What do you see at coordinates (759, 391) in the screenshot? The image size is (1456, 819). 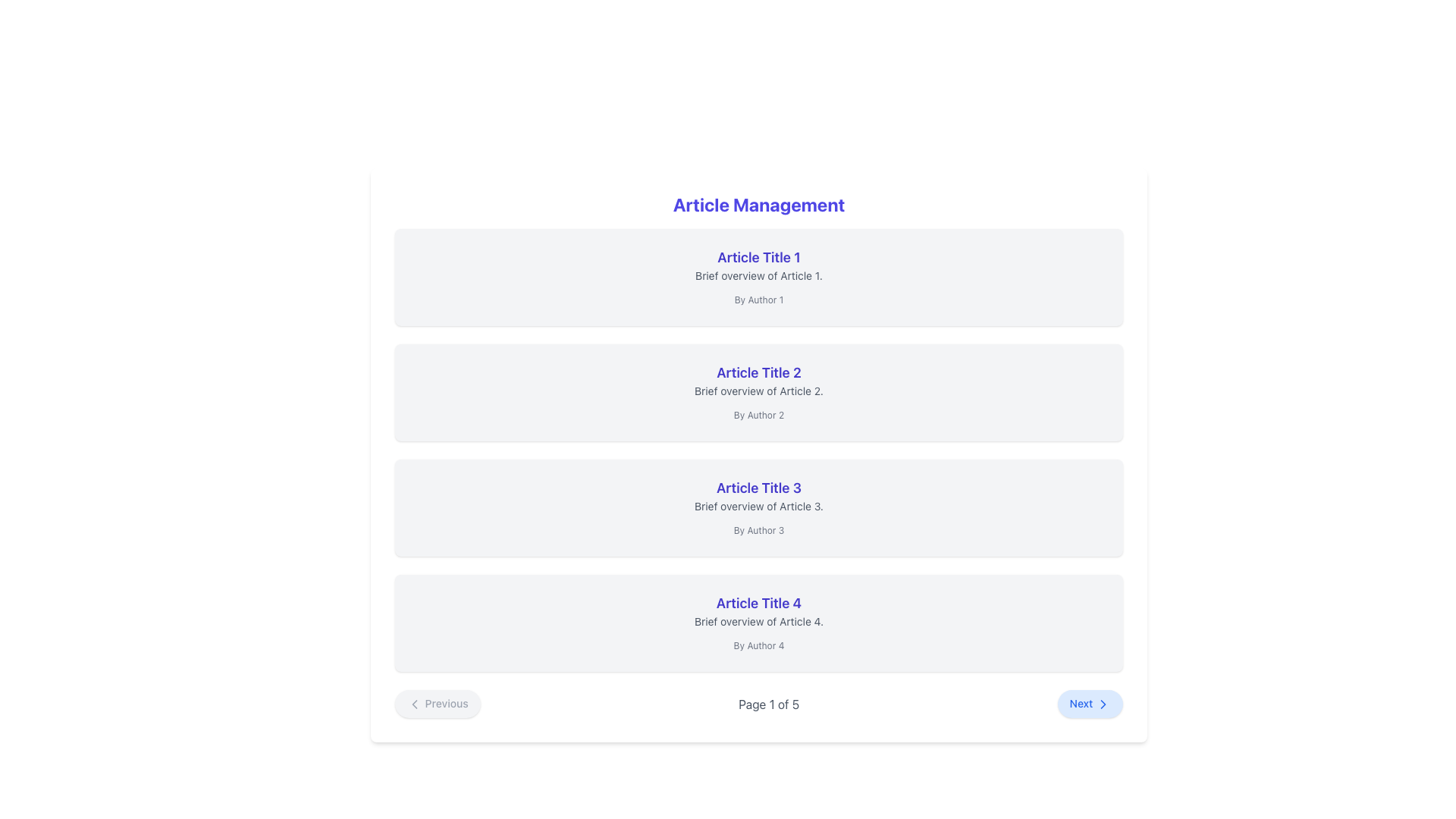 I see `the text element displaying 'Brief overview of Article 2.' which is positioned beneath 'Article Title 2' and above 'By Author 2'` at bounding box center [759, 391].